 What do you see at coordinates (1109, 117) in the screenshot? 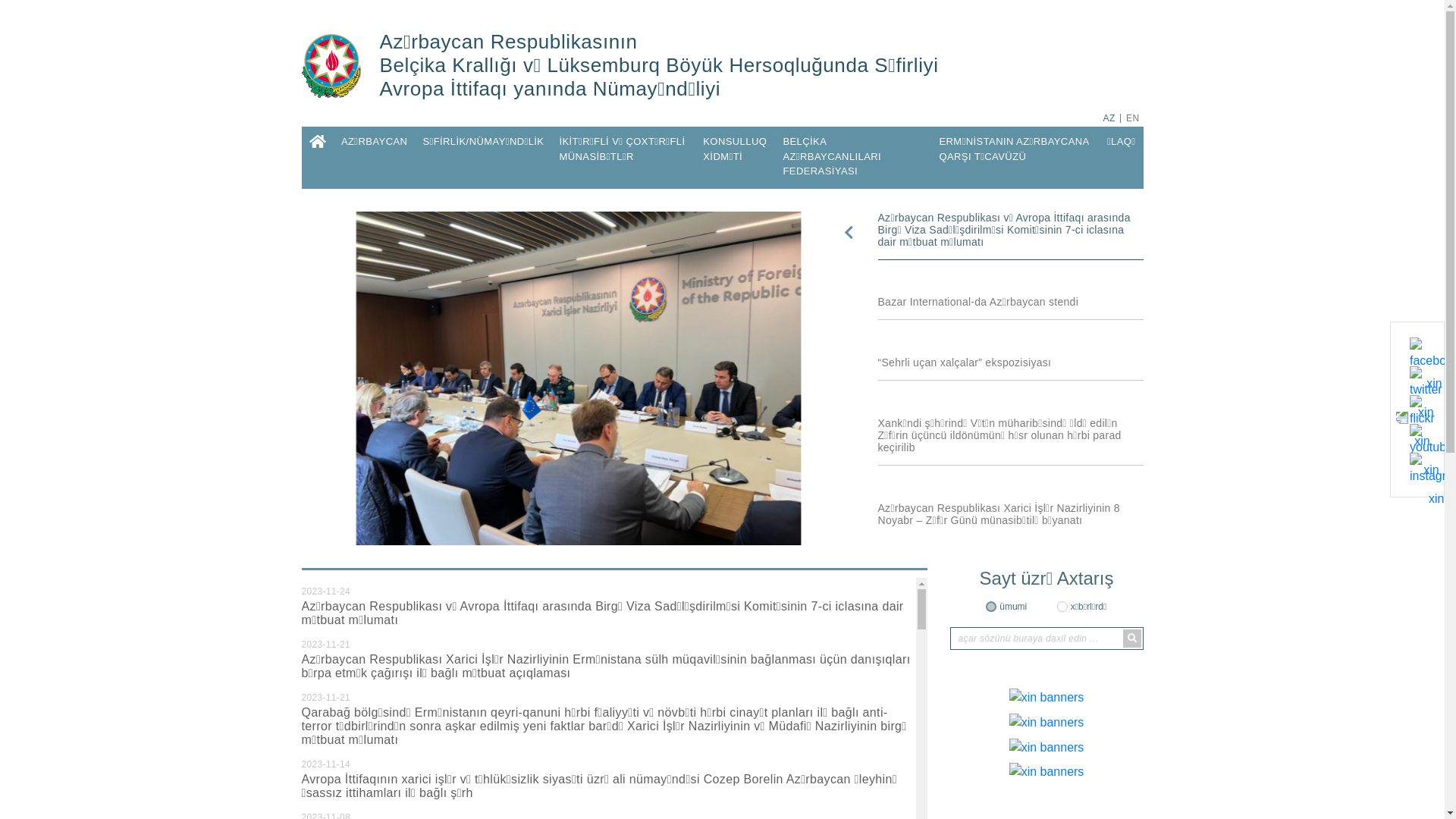
I see `'AZ'` at bounding box center [1109, 117].